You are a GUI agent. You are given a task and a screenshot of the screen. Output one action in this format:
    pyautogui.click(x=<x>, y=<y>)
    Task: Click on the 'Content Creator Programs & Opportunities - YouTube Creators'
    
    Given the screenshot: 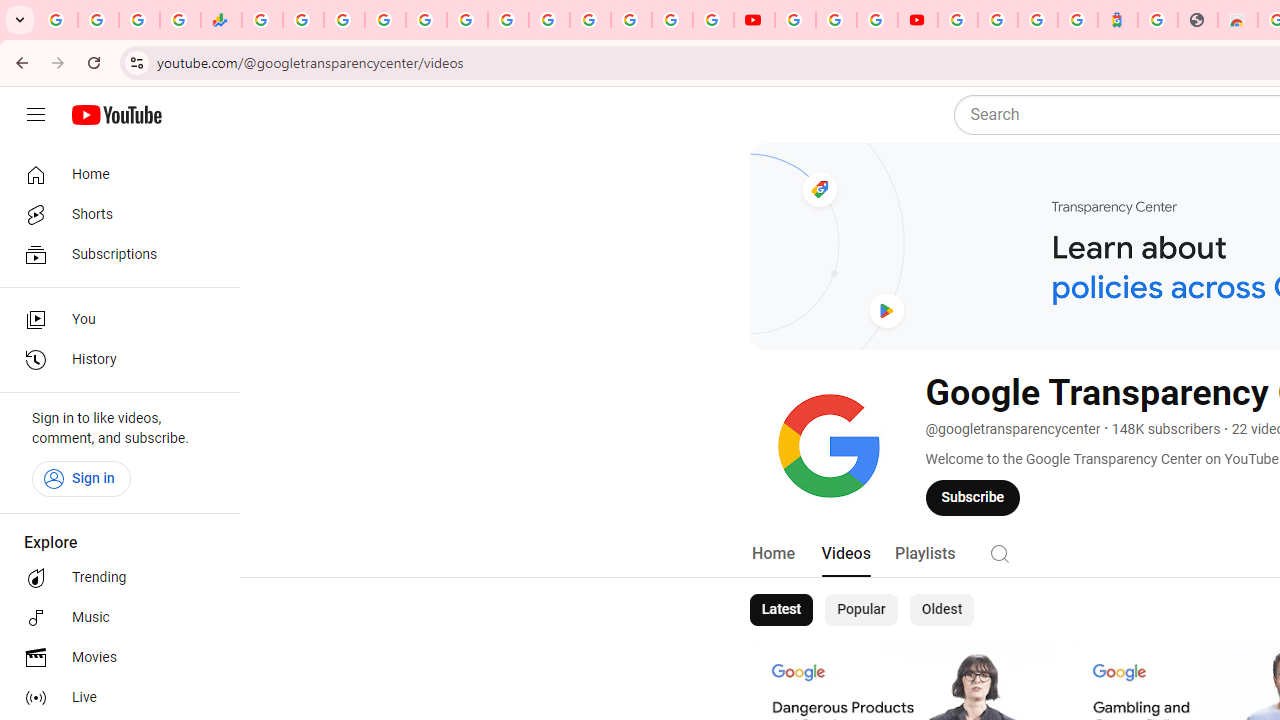 What is the action you would take?
    pyautogui.click(x=917, y=20)
    